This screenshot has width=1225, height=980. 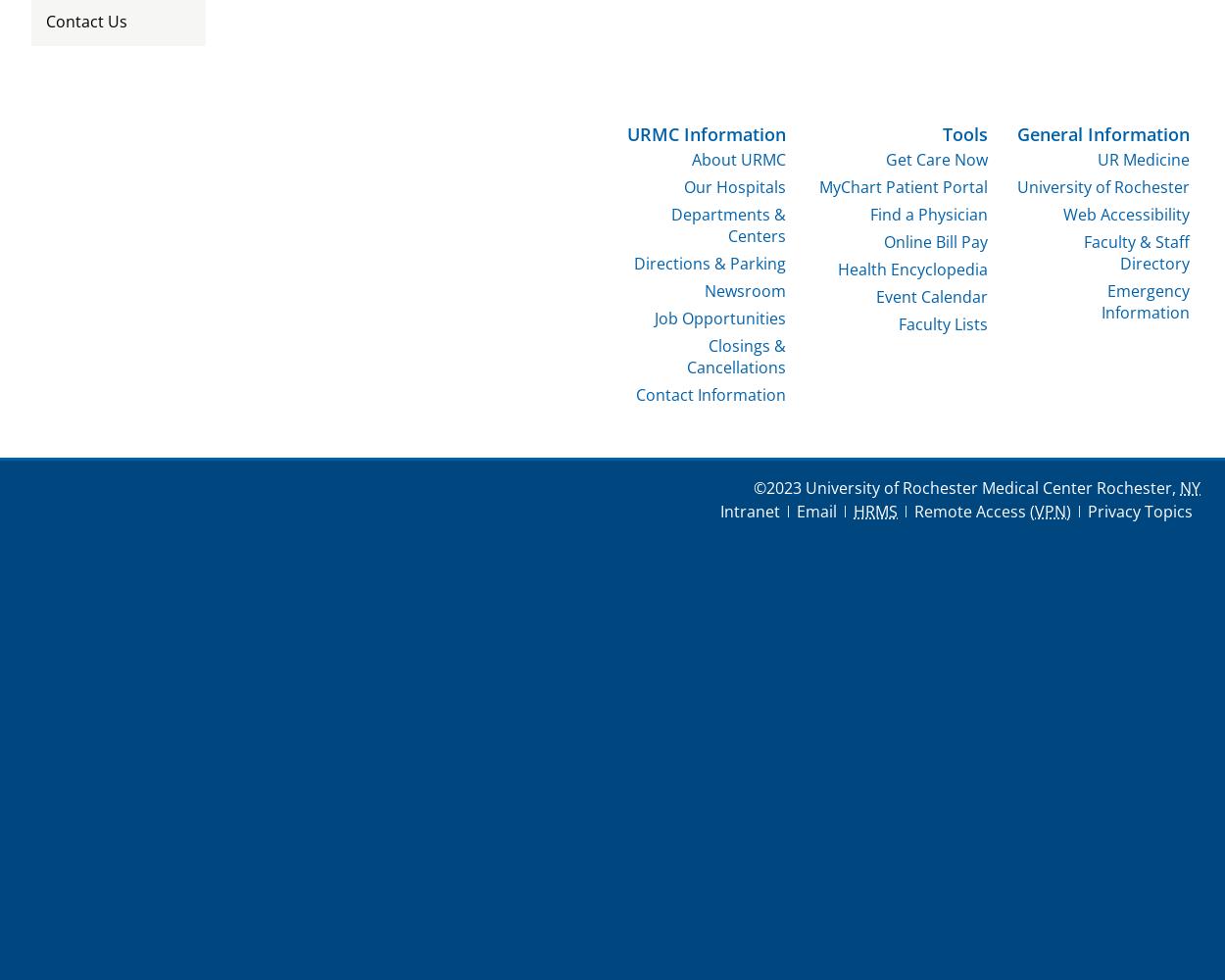 What do you see at coordinates (683, 185) in the screenshot?
I see `'Our Hospitals'` at bounding box center [683, 185].